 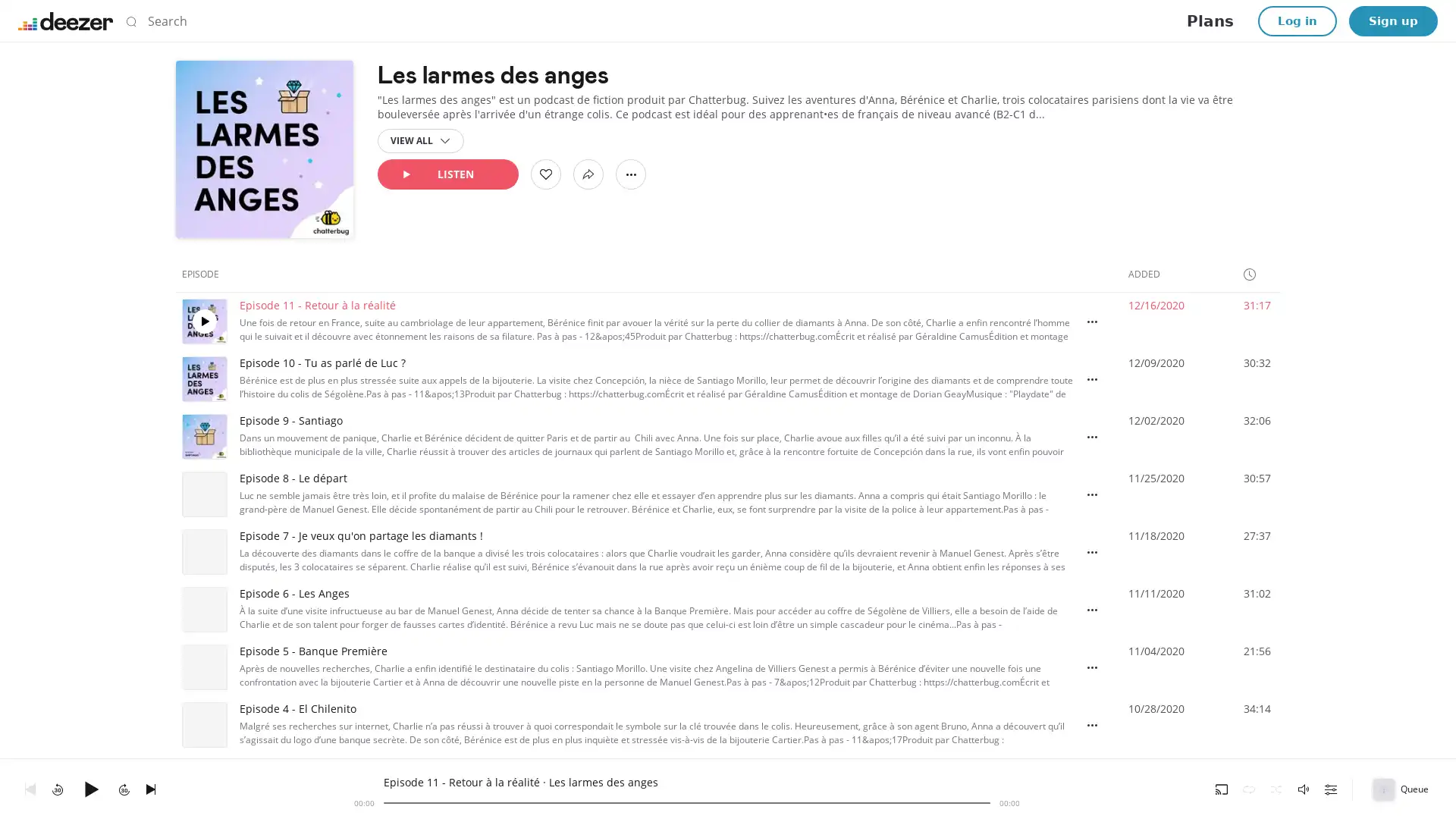 What do you see at coordinates (203, 608) in the screenshot?
I see `Play Episode 6 - Les Anges by Les larmes des anges` at bounding box center [203, 608].